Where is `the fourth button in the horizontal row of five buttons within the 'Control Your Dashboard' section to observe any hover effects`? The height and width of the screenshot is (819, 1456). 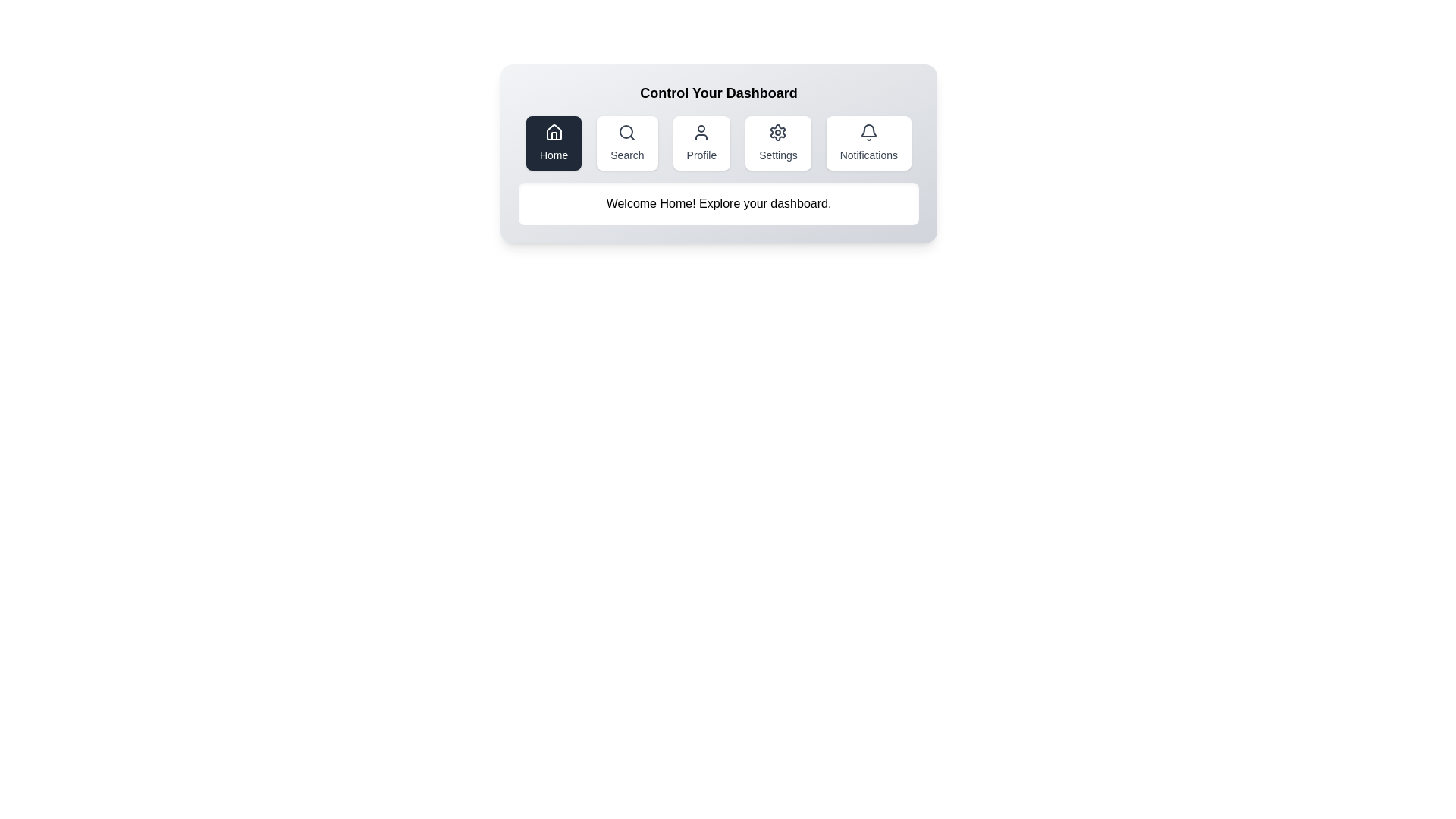
the fourth button in the horizontal row of five buttons within the 'Control Your Dashboard' section to observe any hover effects is located at coordinates (778, 143).